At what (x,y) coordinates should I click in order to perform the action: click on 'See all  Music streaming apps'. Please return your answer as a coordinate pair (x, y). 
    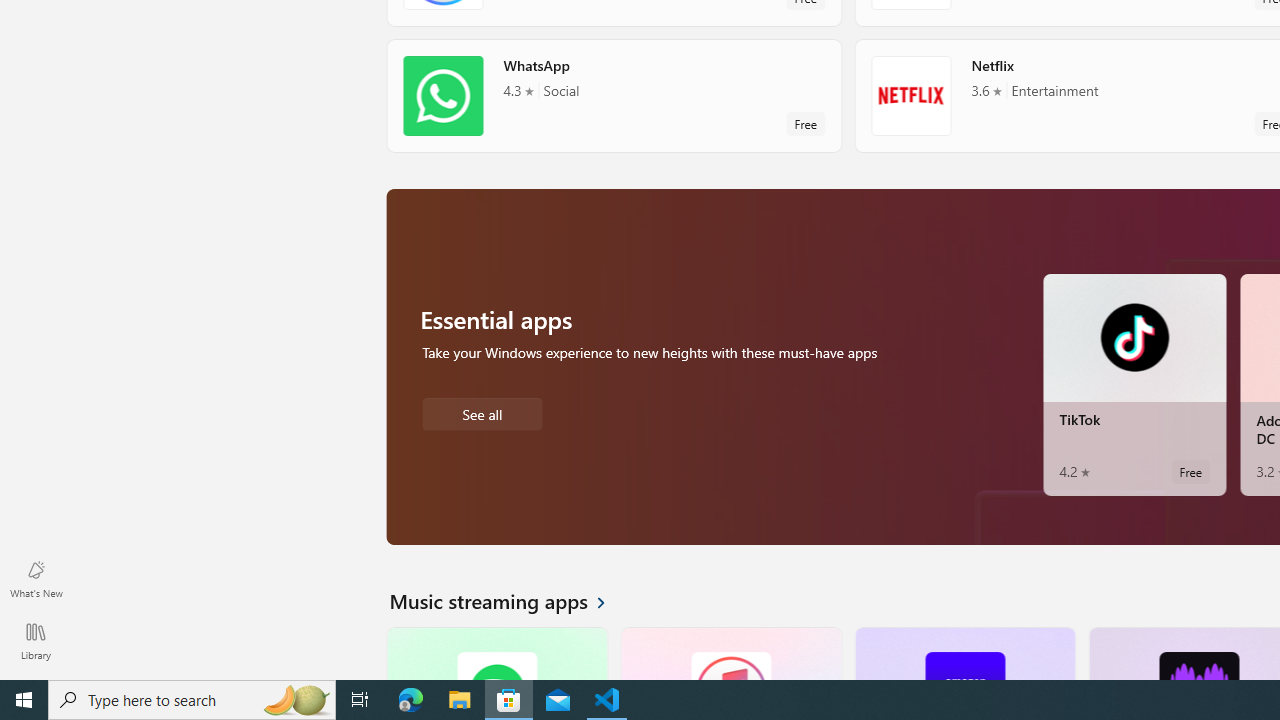
    Looking at the image, I should click on (509, 599).